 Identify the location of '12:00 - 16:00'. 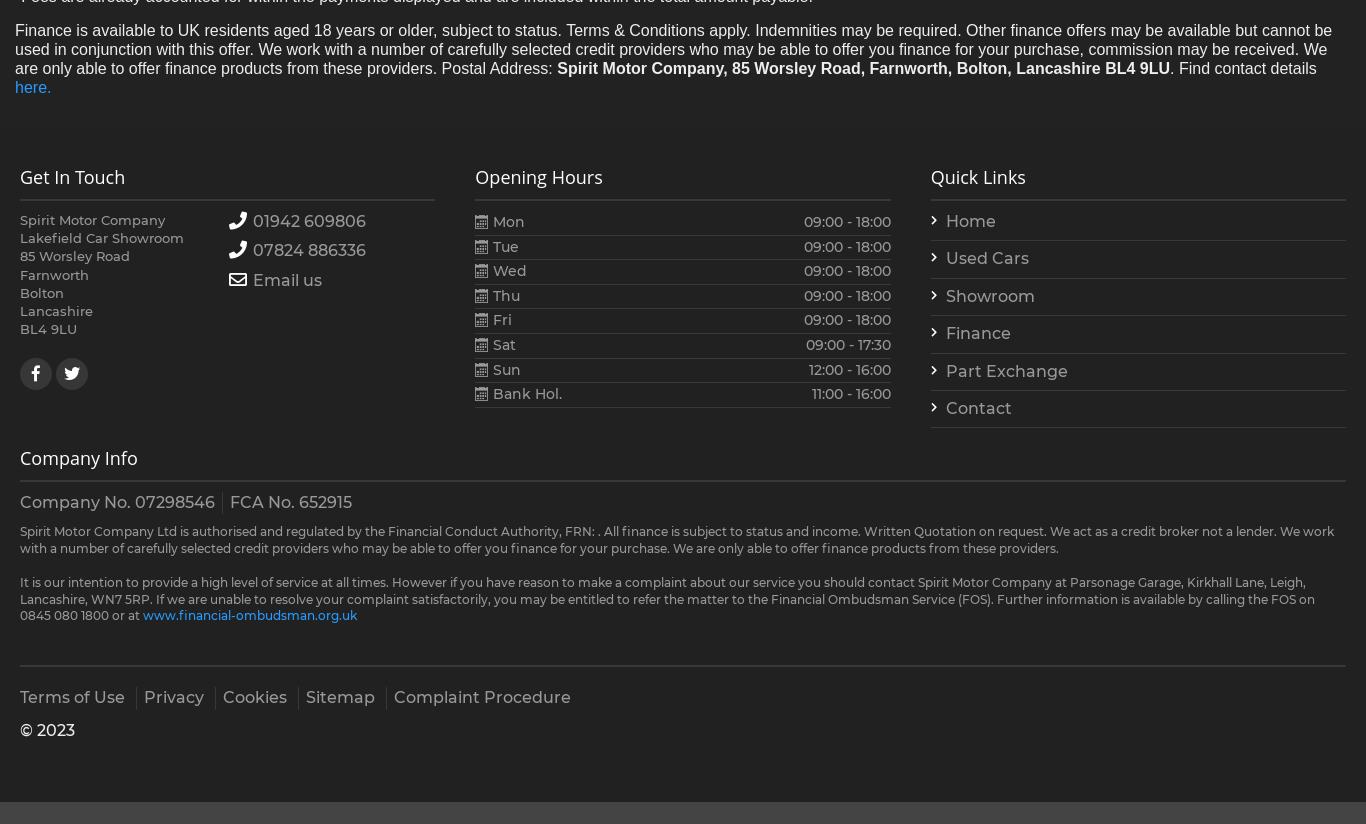
(847, 367).